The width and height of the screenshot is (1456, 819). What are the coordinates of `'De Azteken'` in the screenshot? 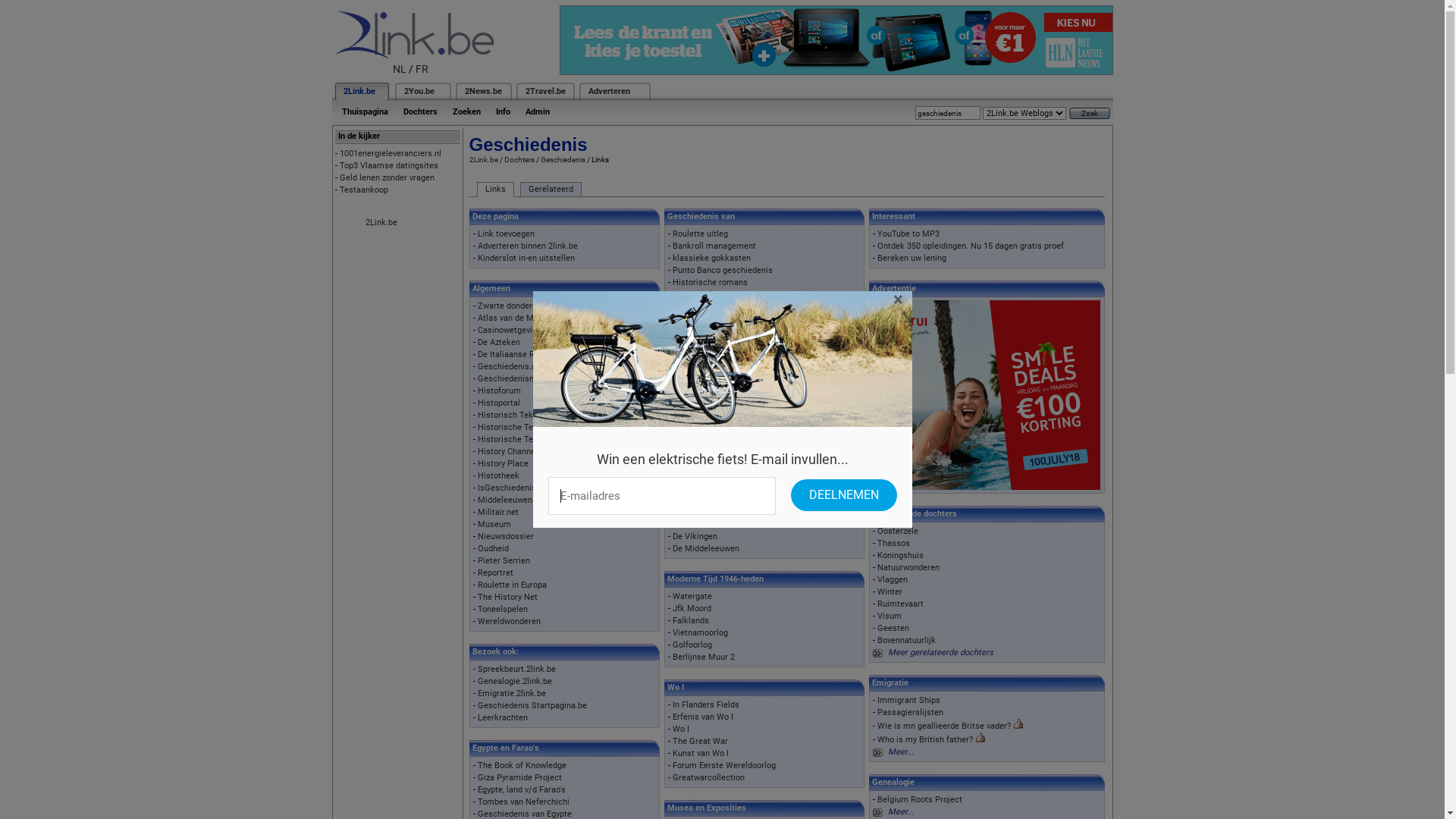 It's located at (476, 342).